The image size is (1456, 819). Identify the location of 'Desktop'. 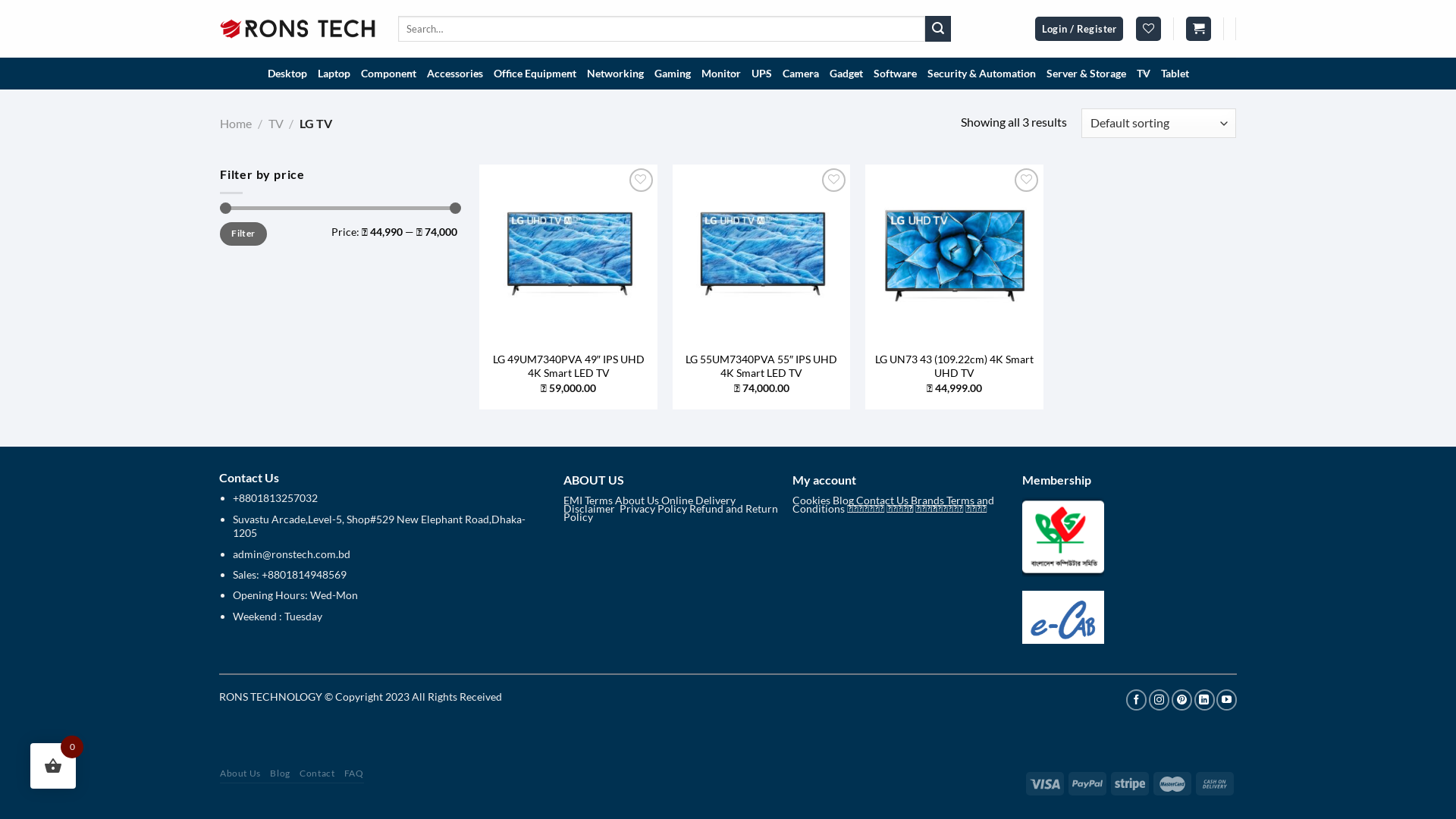
(287, 73).